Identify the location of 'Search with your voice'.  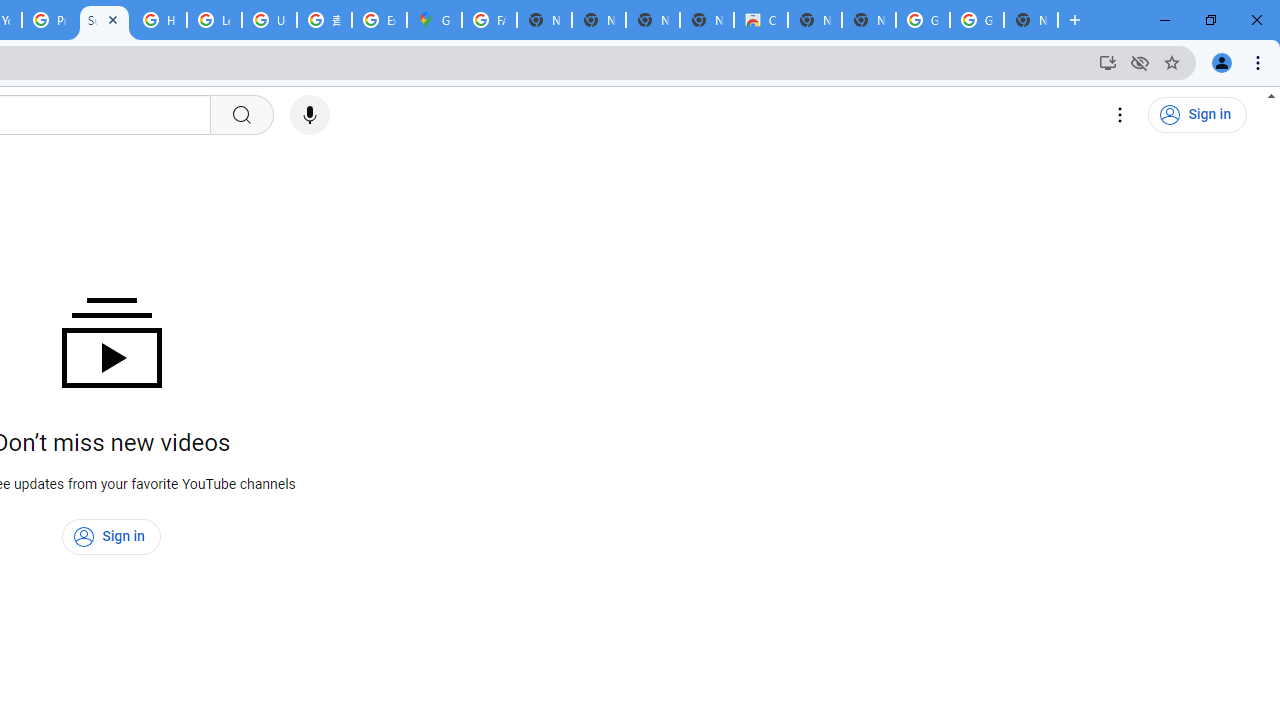
(308, 115).